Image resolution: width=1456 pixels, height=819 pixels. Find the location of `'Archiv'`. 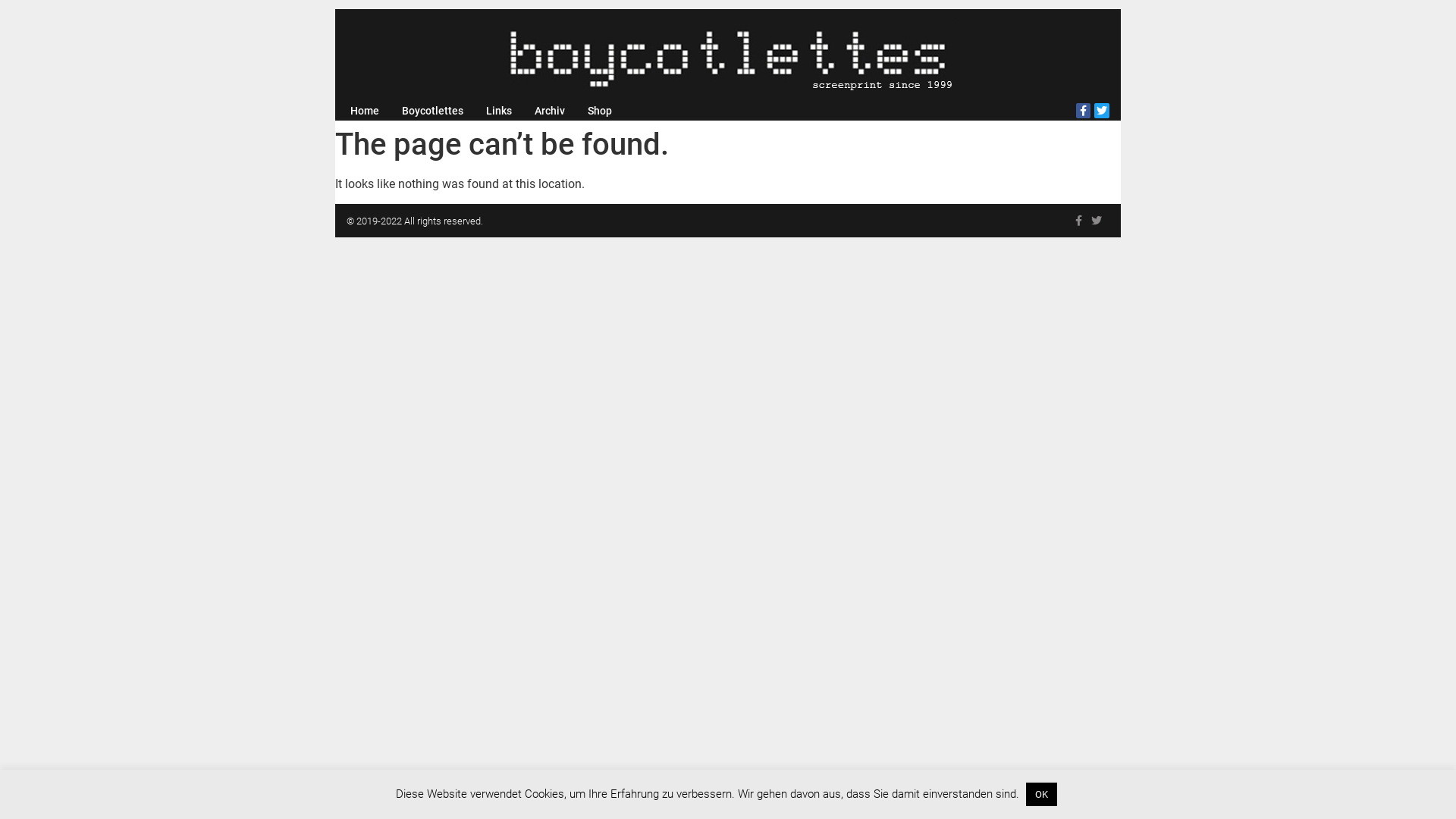

'Archiv' is located at coordinates (548, 110).